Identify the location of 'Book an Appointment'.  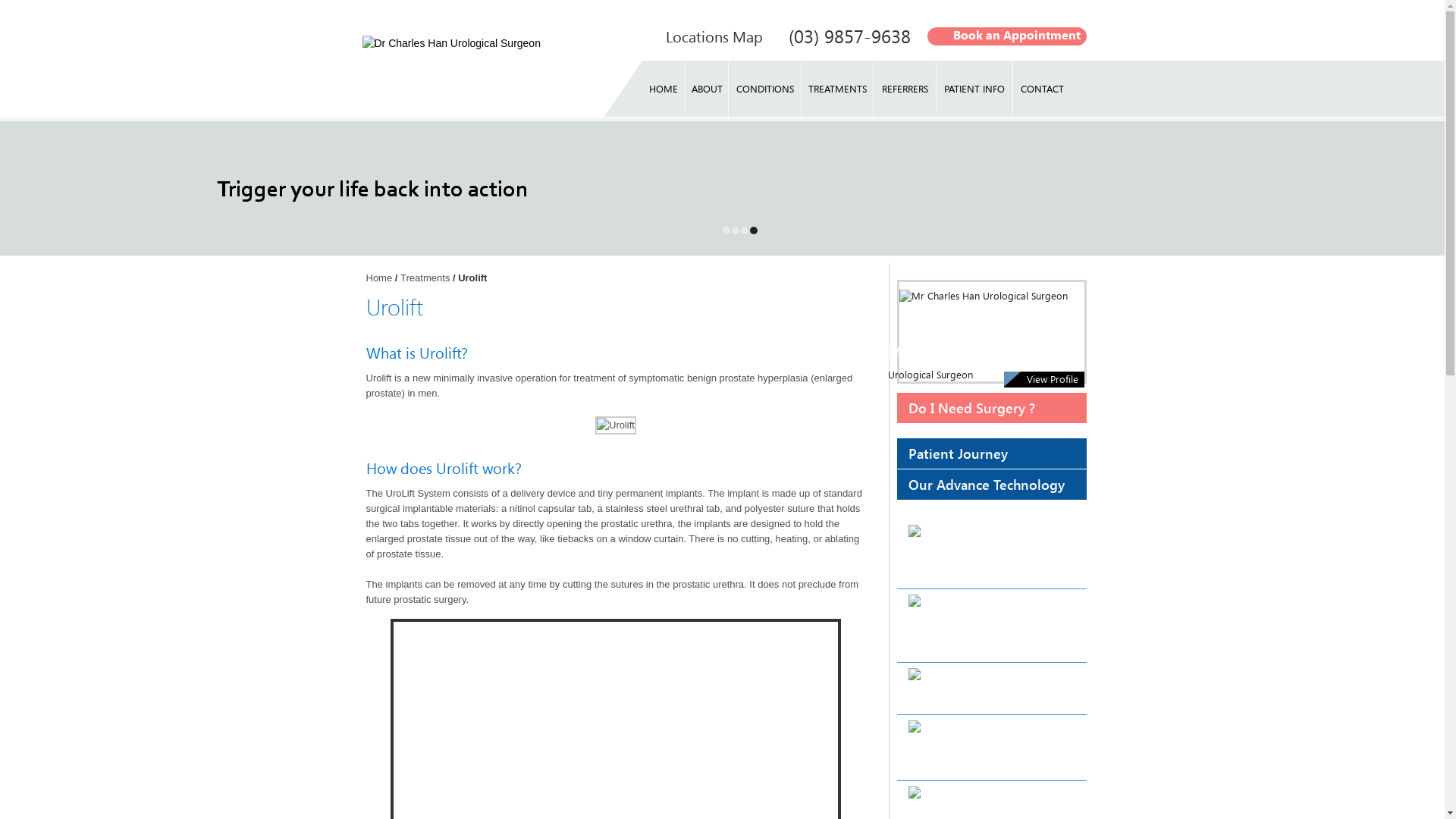
(1006, 34).